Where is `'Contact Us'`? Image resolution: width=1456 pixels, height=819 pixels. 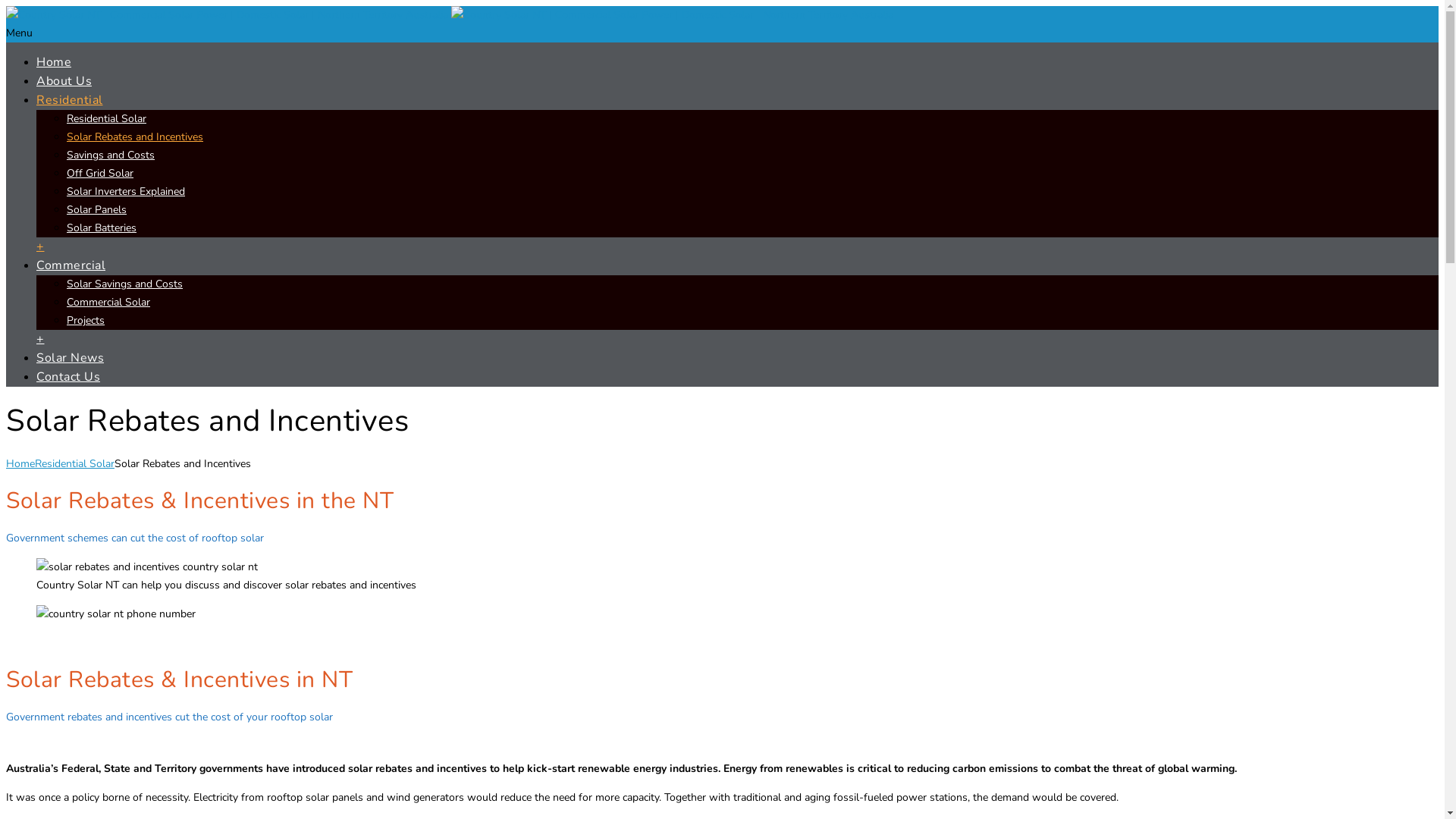
'Contact Us' is located at coordinates (67, 376).